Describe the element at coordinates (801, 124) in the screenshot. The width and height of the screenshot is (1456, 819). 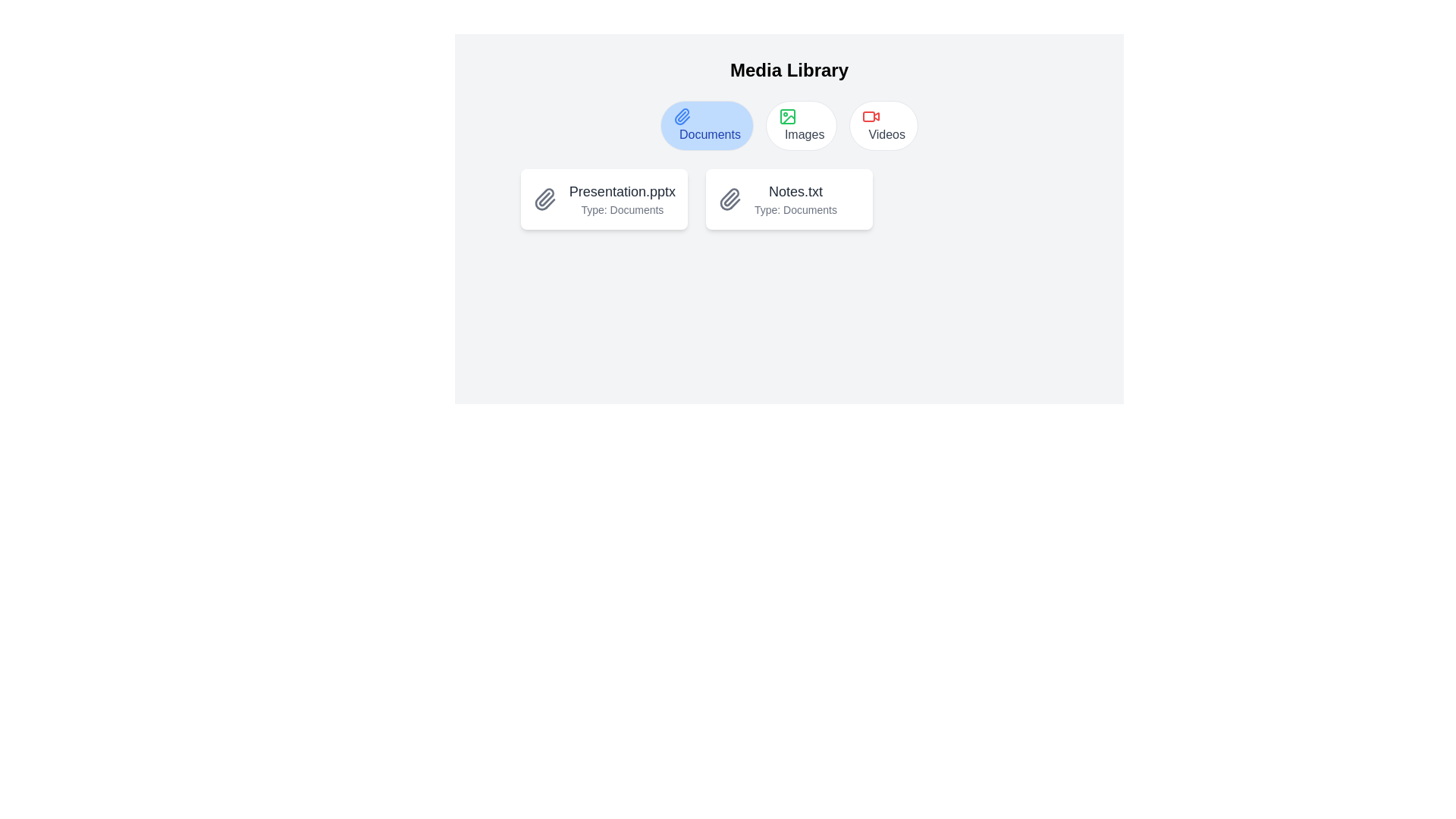
I see `the button labeled 'Images' which has a white background and gray text` at that location.